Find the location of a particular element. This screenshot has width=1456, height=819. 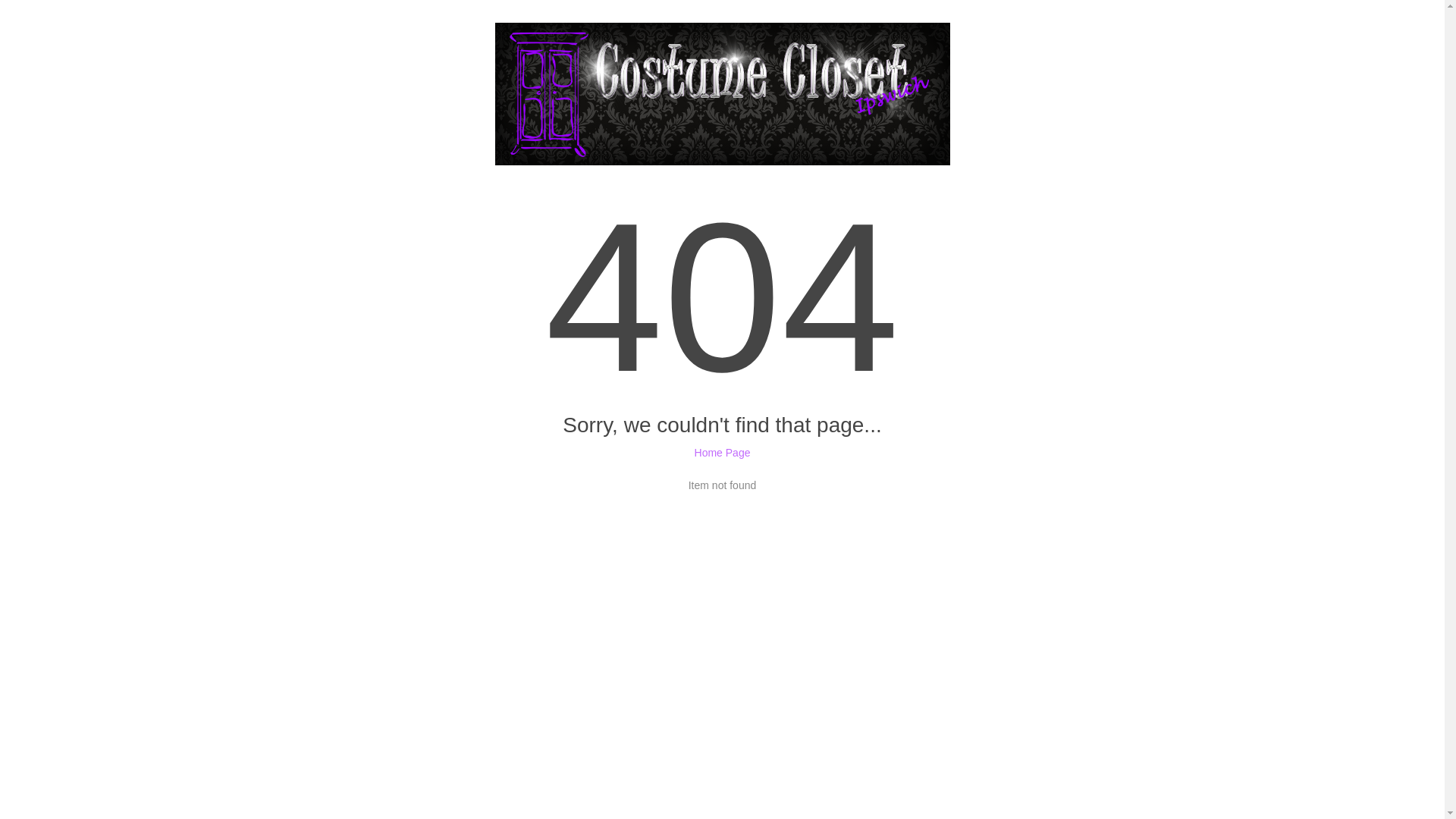

'Home Page' is located at coordinates (722, 452).